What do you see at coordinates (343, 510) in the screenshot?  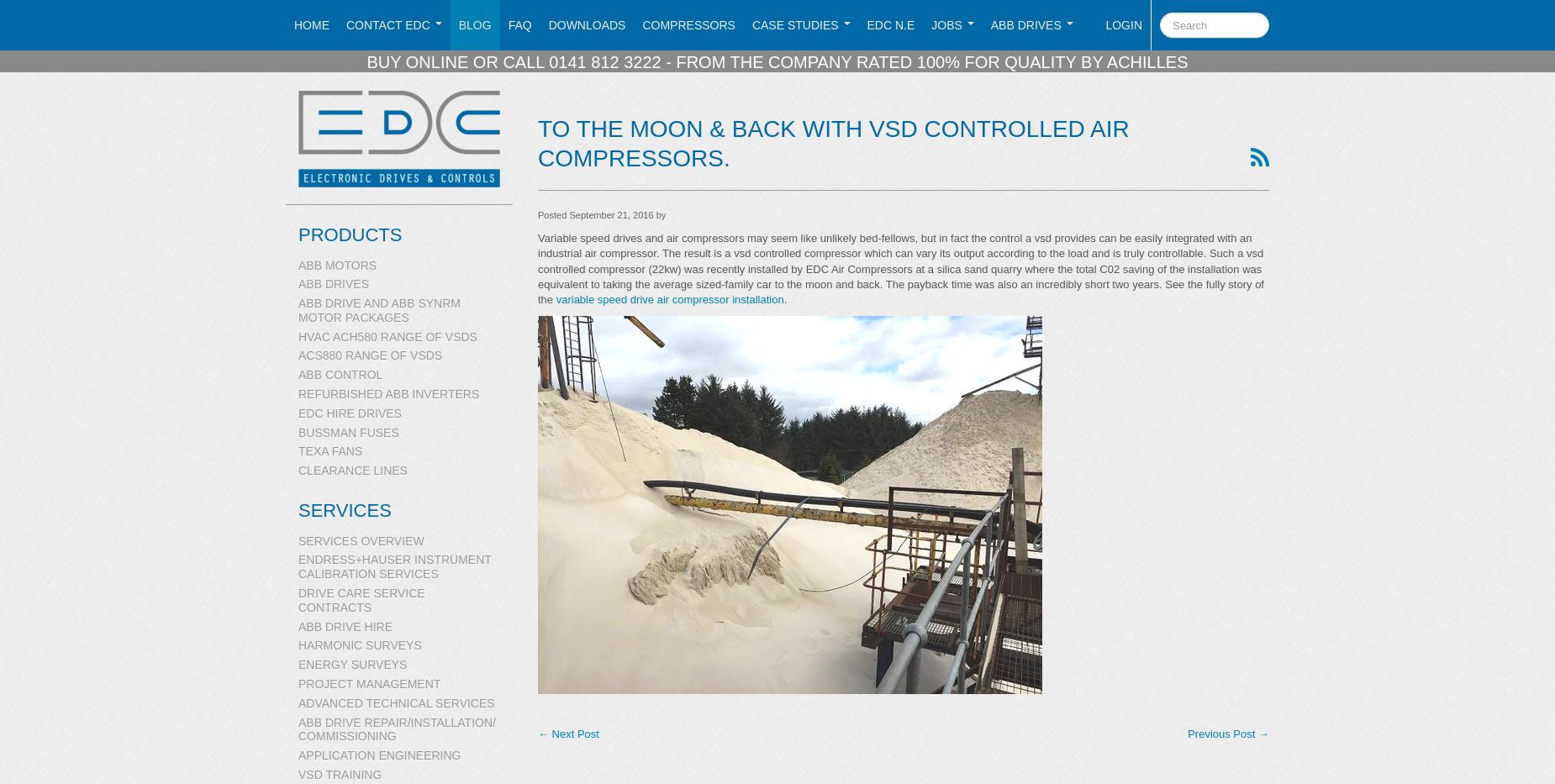 I see `'Services'` at bounding box center [343, 510].